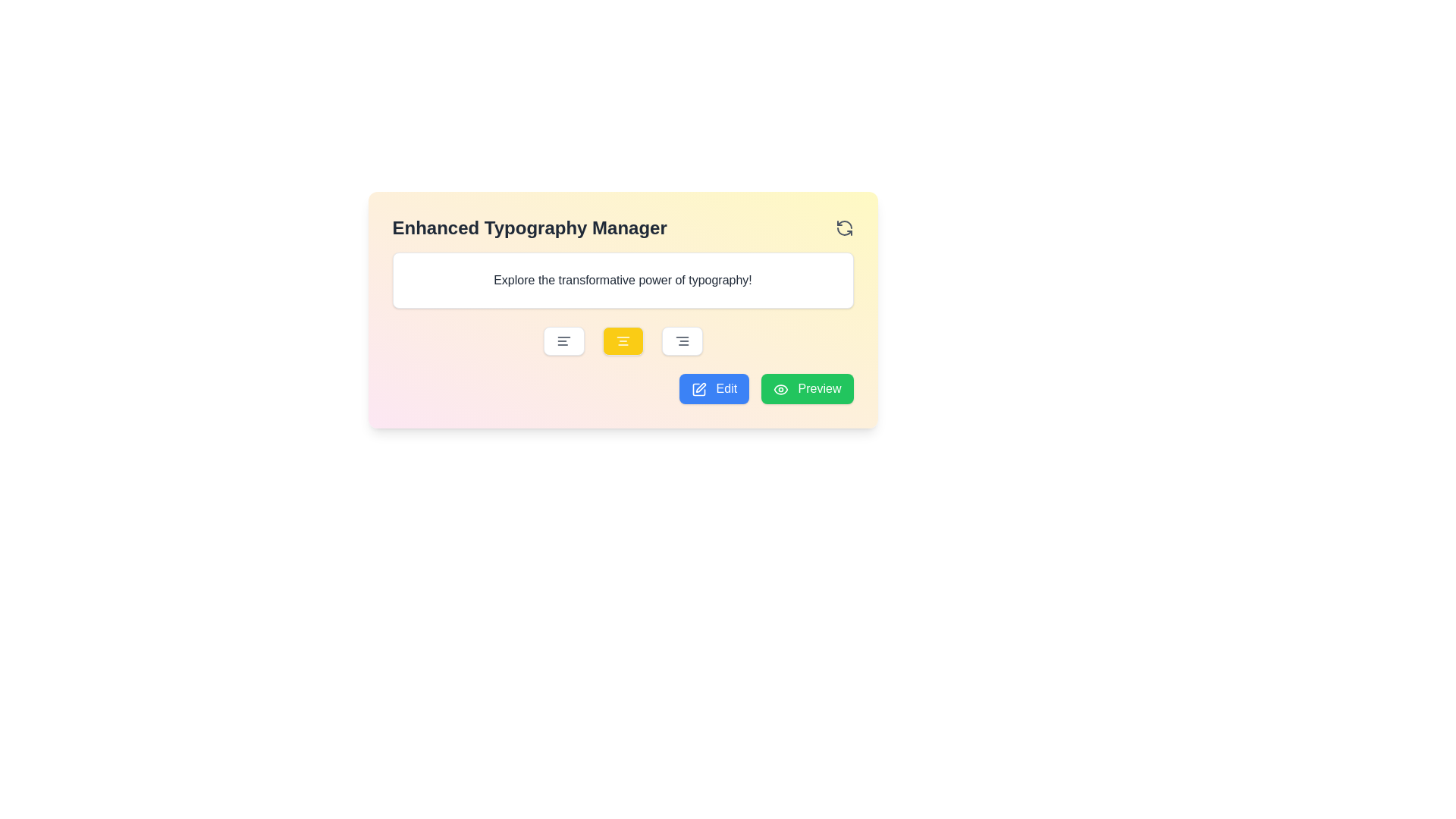  I want to click on the yellow button with white text or iconography, which is the second button from the left in a group of three buttons, so click(623, 341).